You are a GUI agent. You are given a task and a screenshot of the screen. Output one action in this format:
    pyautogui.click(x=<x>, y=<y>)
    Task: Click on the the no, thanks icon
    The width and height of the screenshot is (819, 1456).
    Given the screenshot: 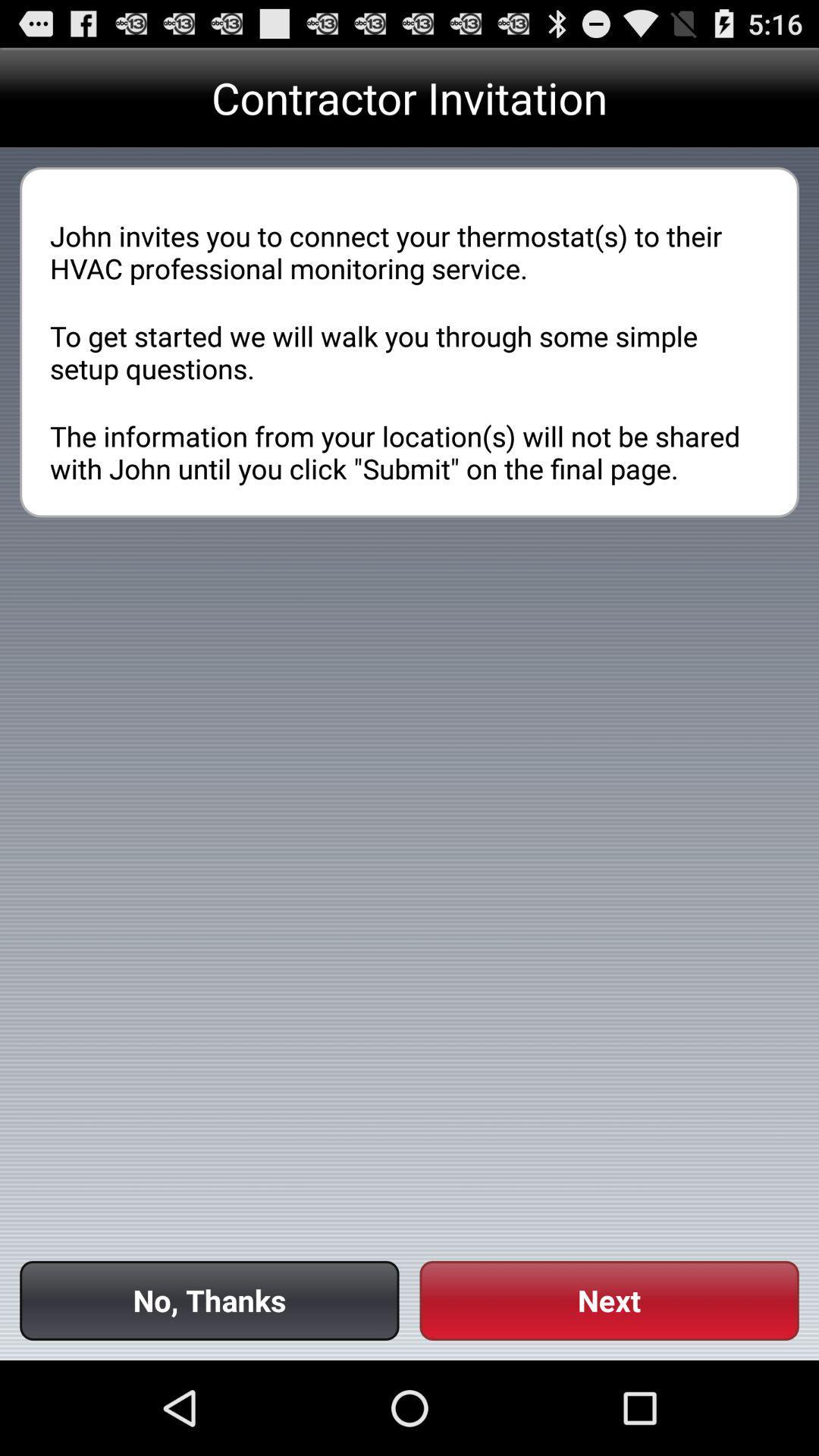 What is the action you would take?
    pyautogui.click(x=209, y=1300)
    